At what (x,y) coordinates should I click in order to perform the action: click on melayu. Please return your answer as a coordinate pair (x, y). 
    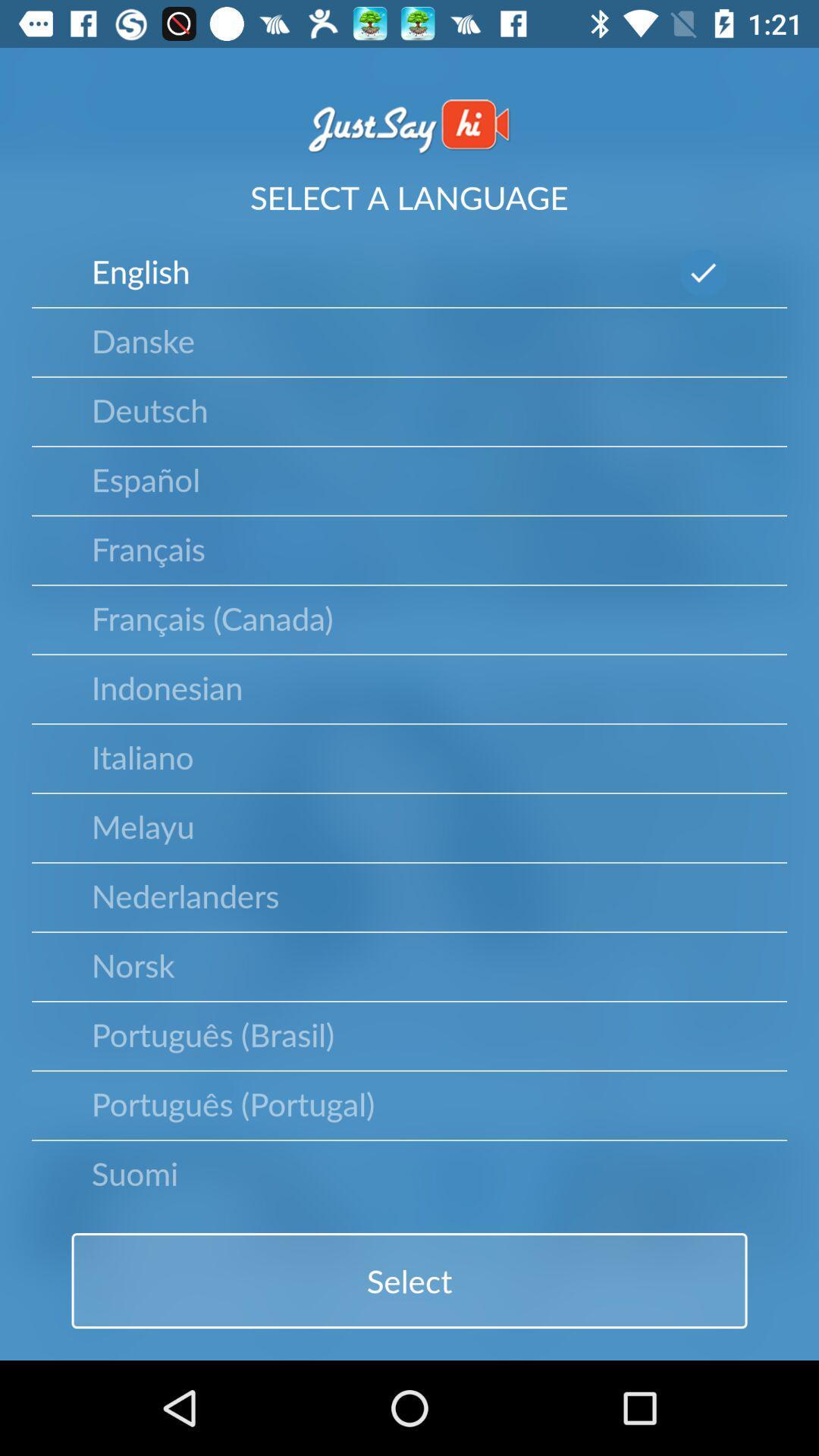
    Looking at the image, I should click on (143, 825).